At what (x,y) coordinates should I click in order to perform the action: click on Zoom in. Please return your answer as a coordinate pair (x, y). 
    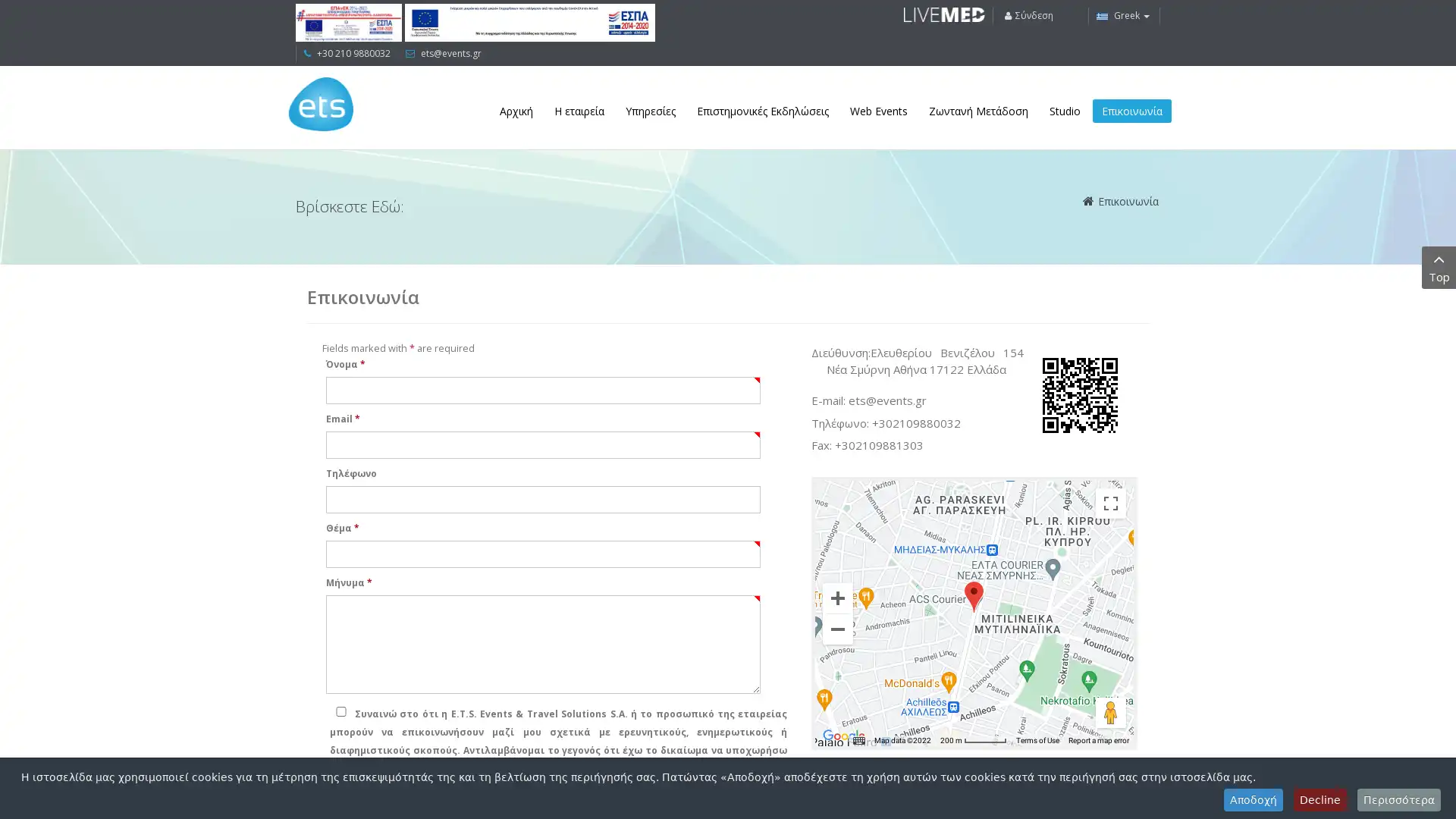
    Looking at the image, I should click on (836, 596).